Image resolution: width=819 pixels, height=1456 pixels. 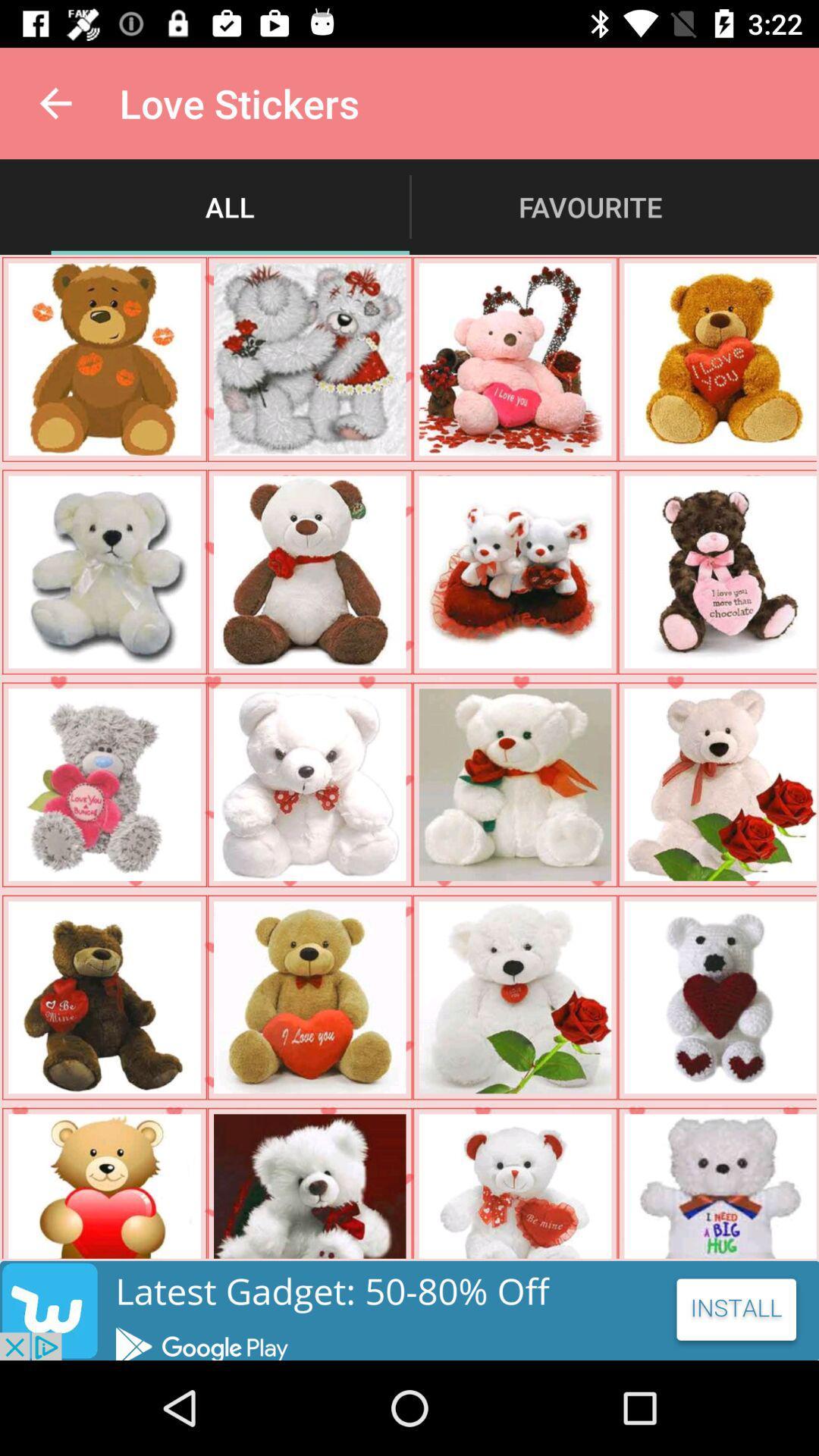 I want to click on its an advertisement, so click(x=409, y=1310).